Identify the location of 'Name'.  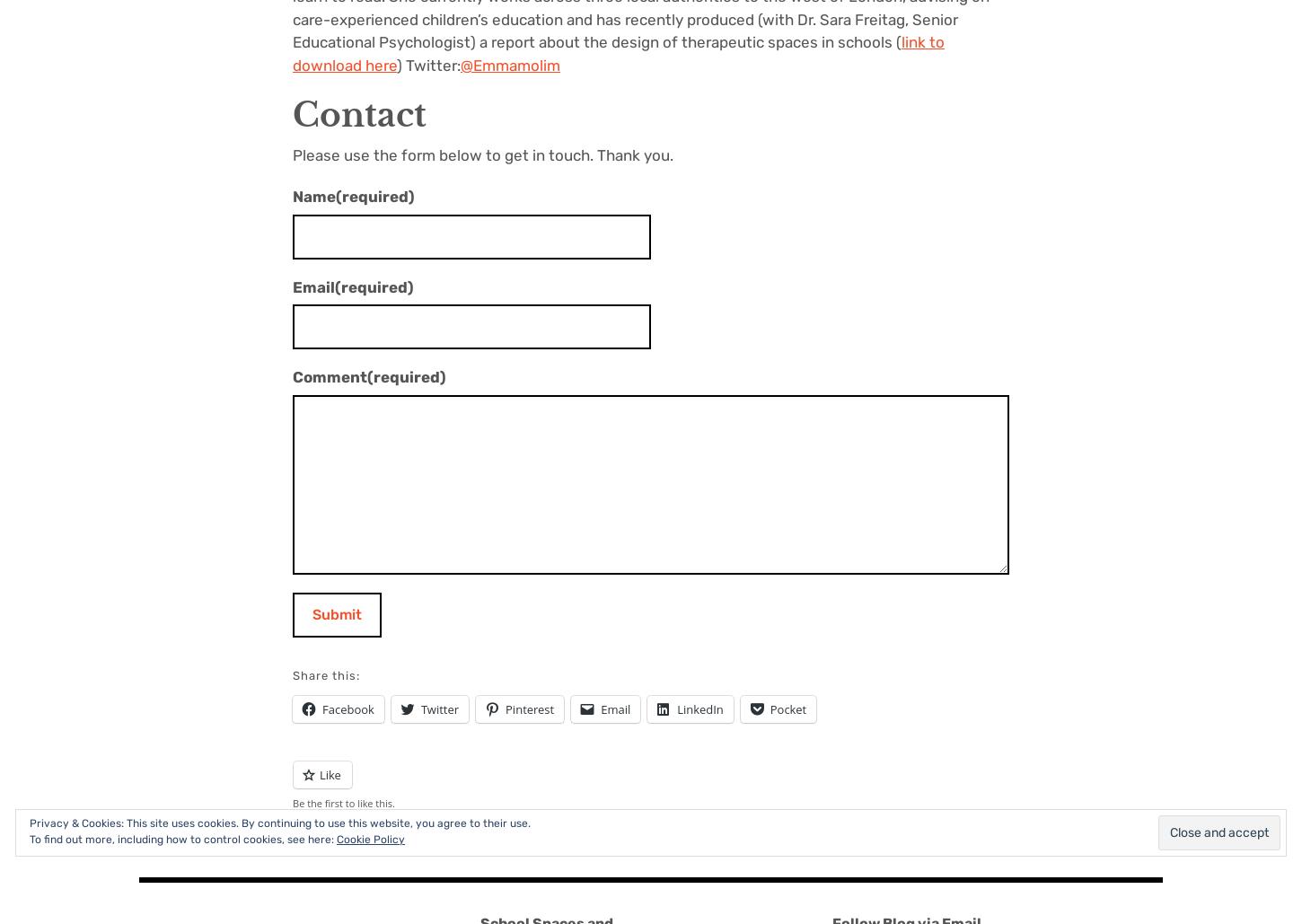
(314, 196).